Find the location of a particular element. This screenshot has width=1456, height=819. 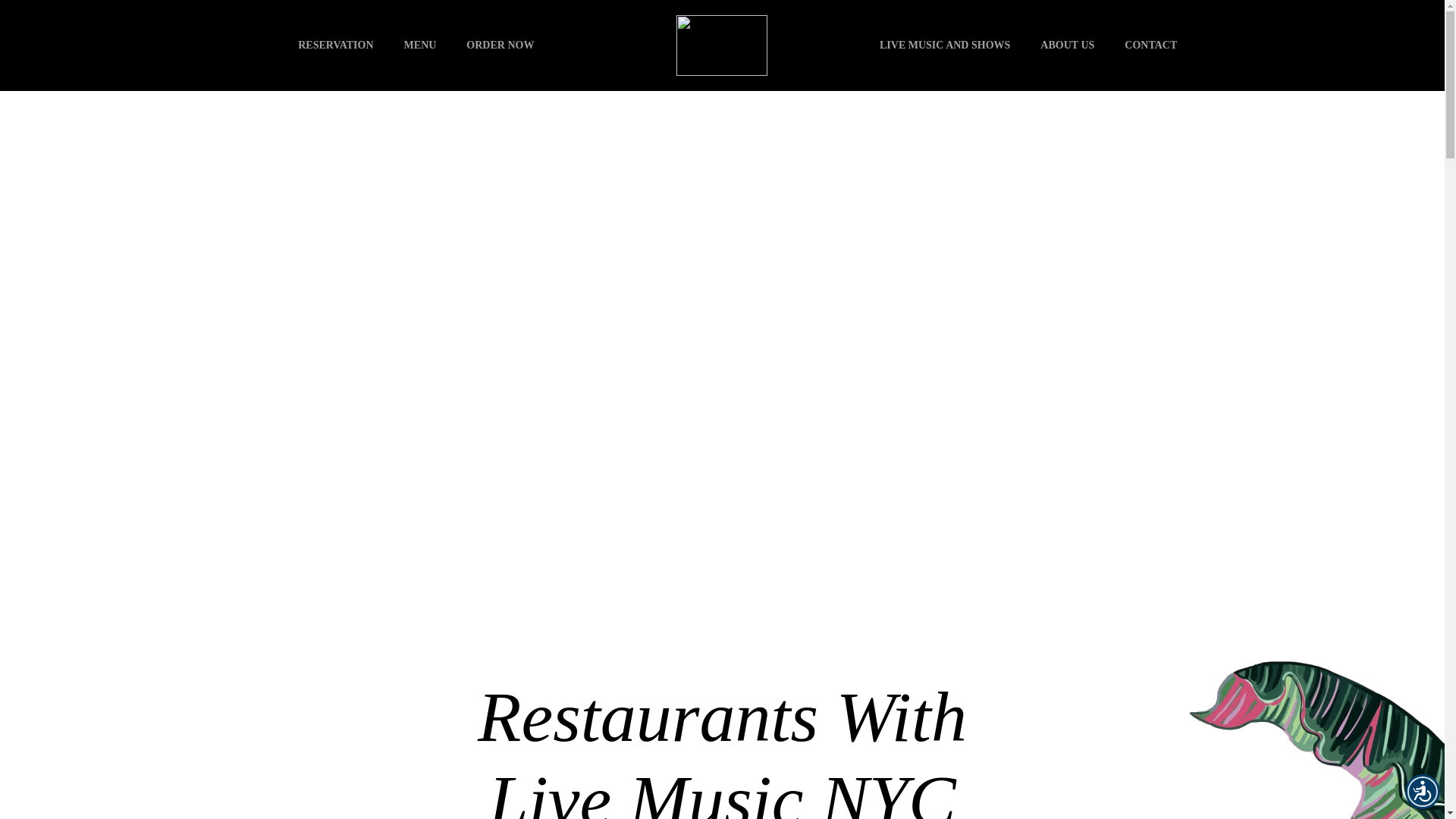

'LIVE MUSIC AND SHOWS' is located at coordinates (944, 45).